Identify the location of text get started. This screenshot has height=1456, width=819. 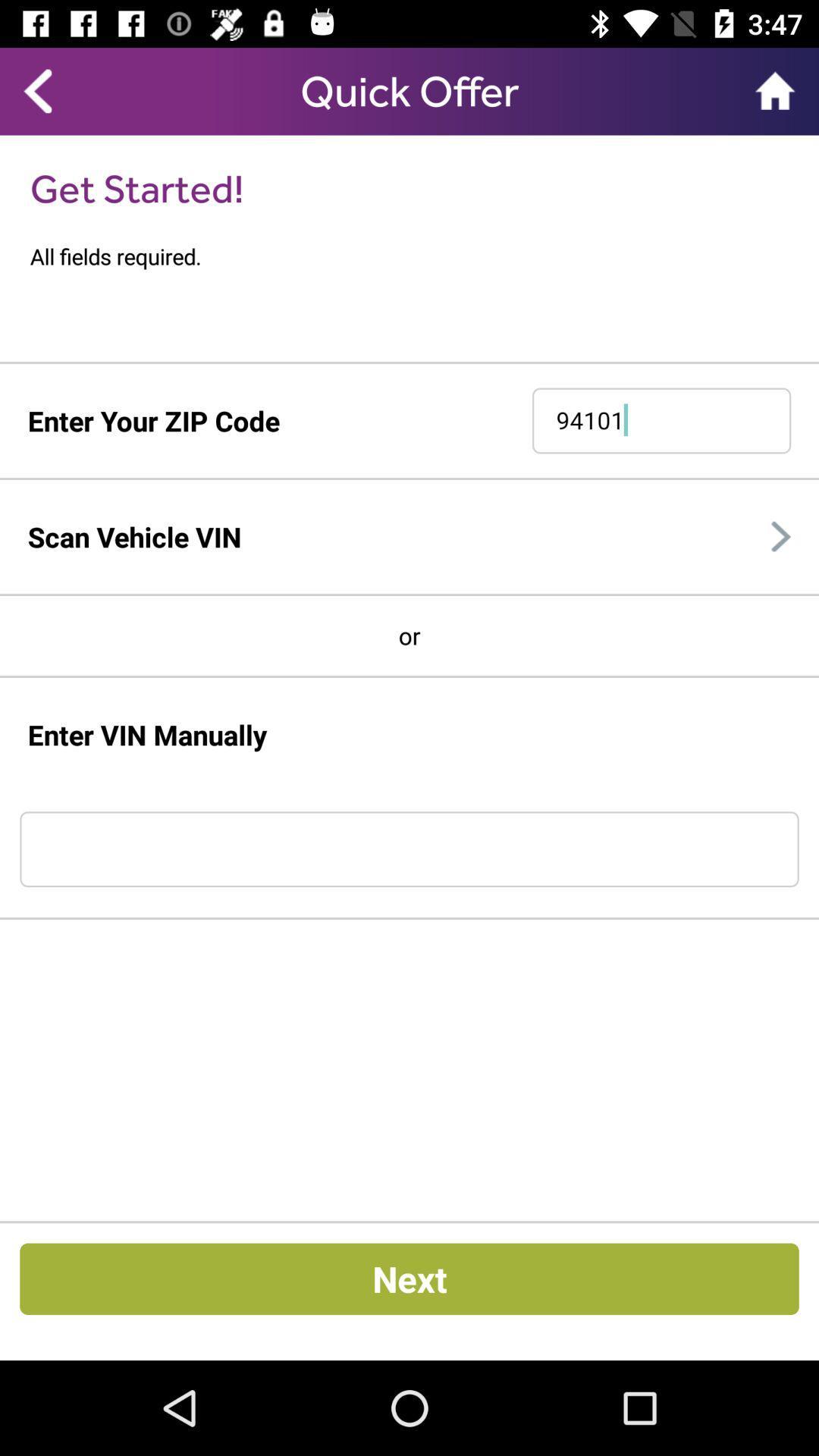
(137, 187).